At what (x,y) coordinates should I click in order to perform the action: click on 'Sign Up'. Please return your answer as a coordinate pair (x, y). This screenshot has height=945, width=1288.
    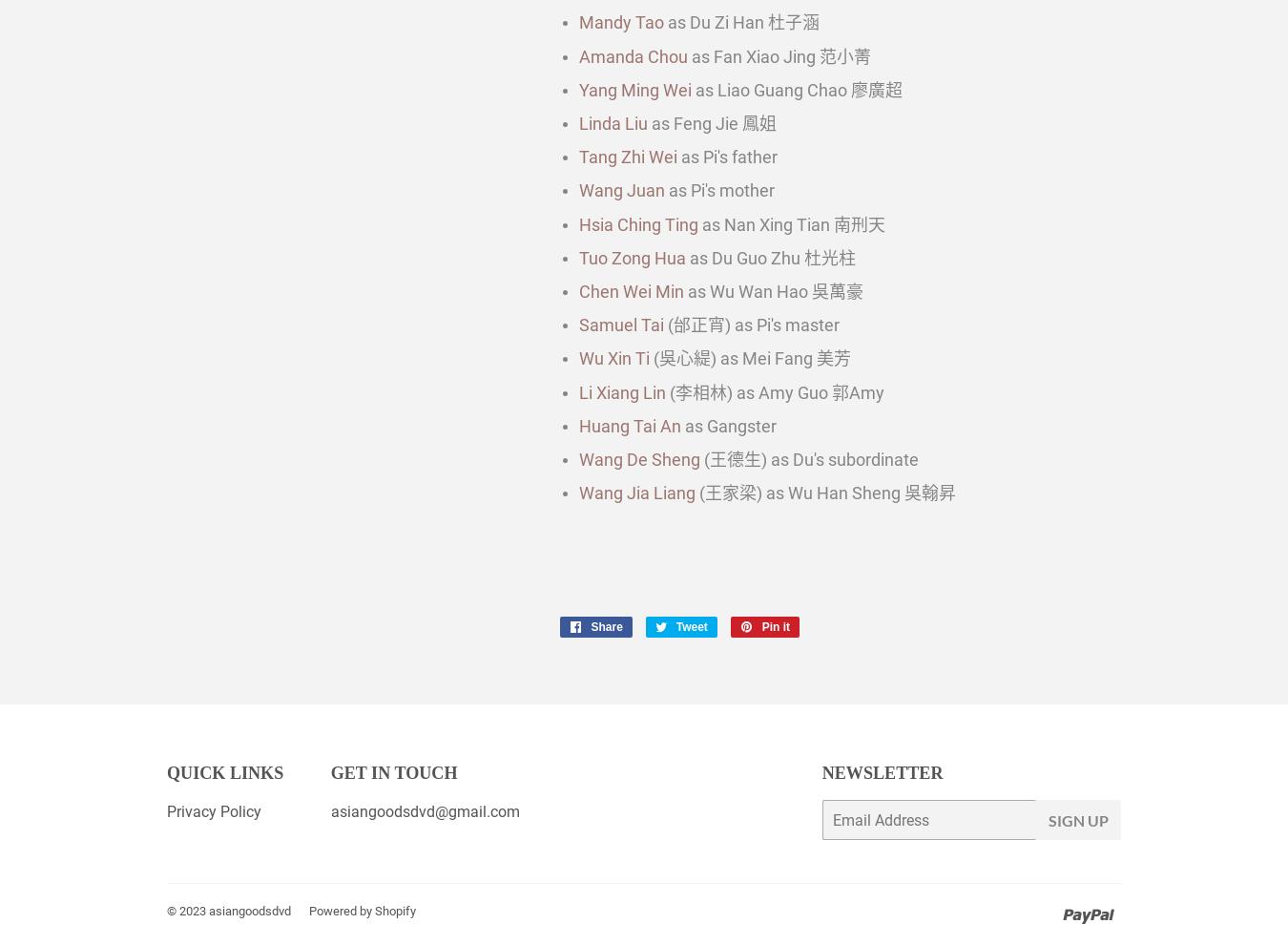
    Looking at the image, I should click on (1076, 819).